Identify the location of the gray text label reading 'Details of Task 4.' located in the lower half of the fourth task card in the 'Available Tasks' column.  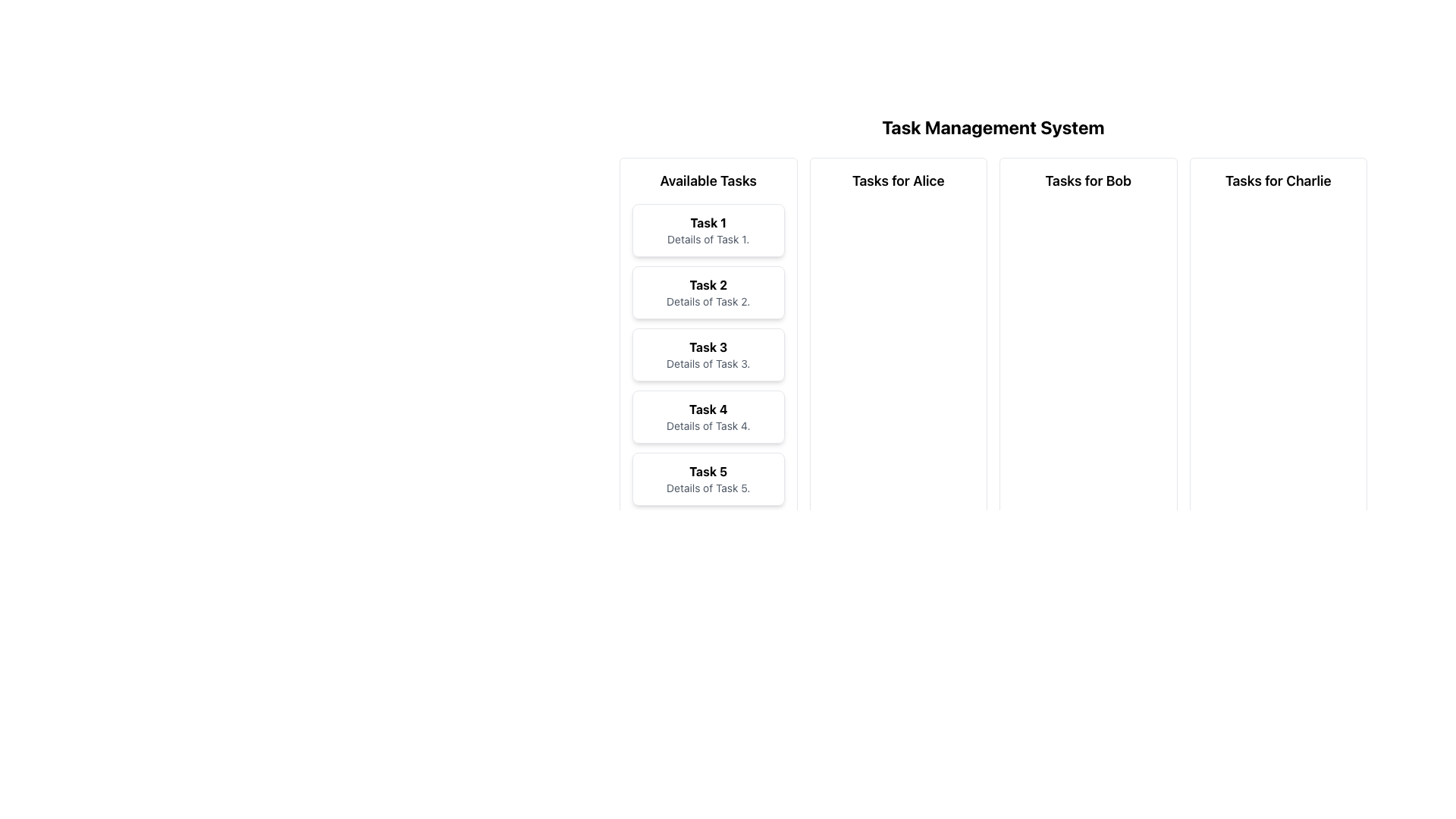
(708, 426).